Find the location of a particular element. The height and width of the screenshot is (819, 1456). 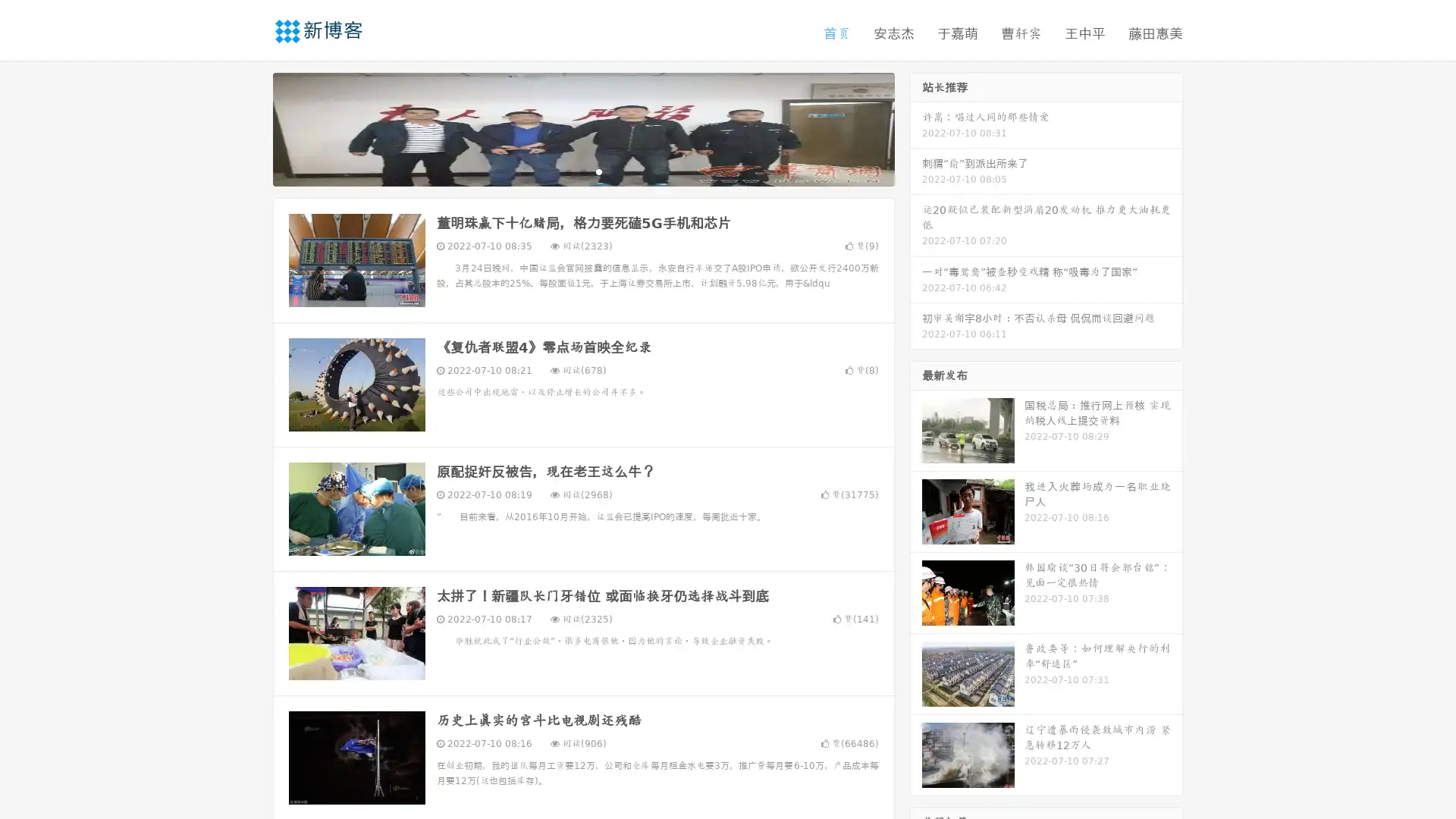

Next slide is located at coordinates (916, 127).